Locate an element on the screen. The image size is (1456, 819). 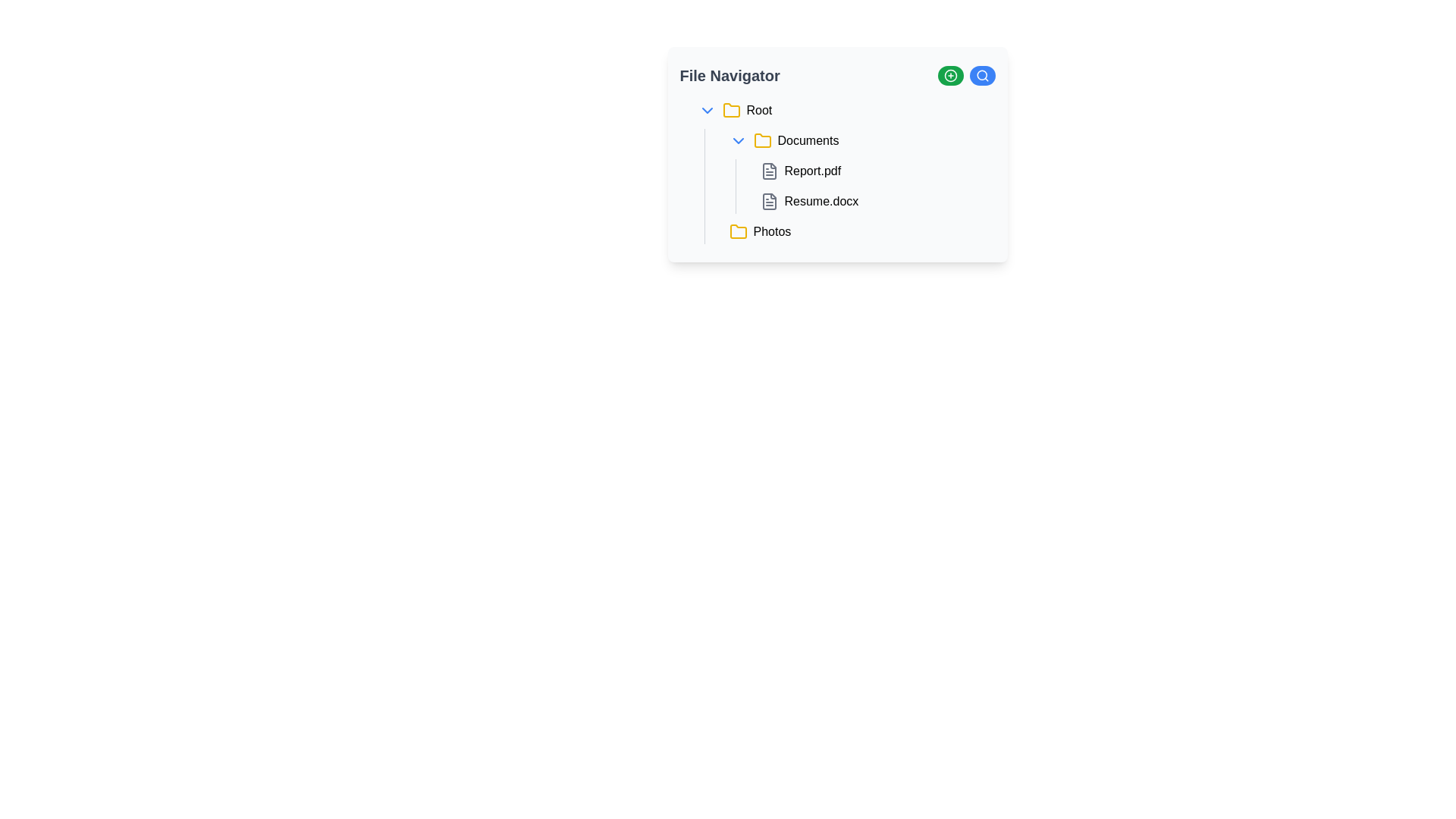
the clickable file entry labeled 'Report.pdf' in the Documents section of the file explorer is located at coordinates (843, 171).